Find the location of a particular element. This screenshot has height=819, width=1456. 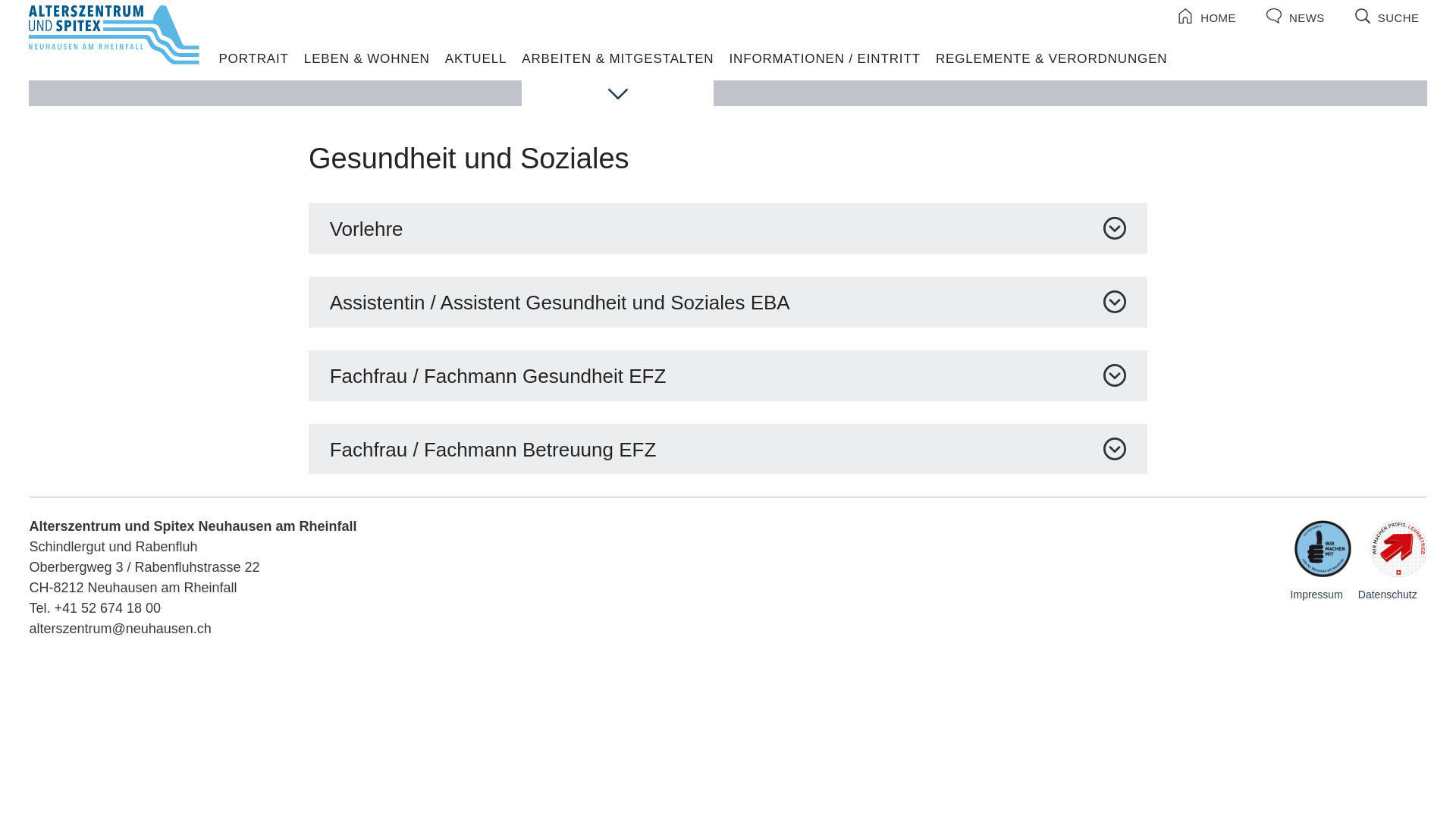

'NEWS' is located at coordinates (1294, 15).